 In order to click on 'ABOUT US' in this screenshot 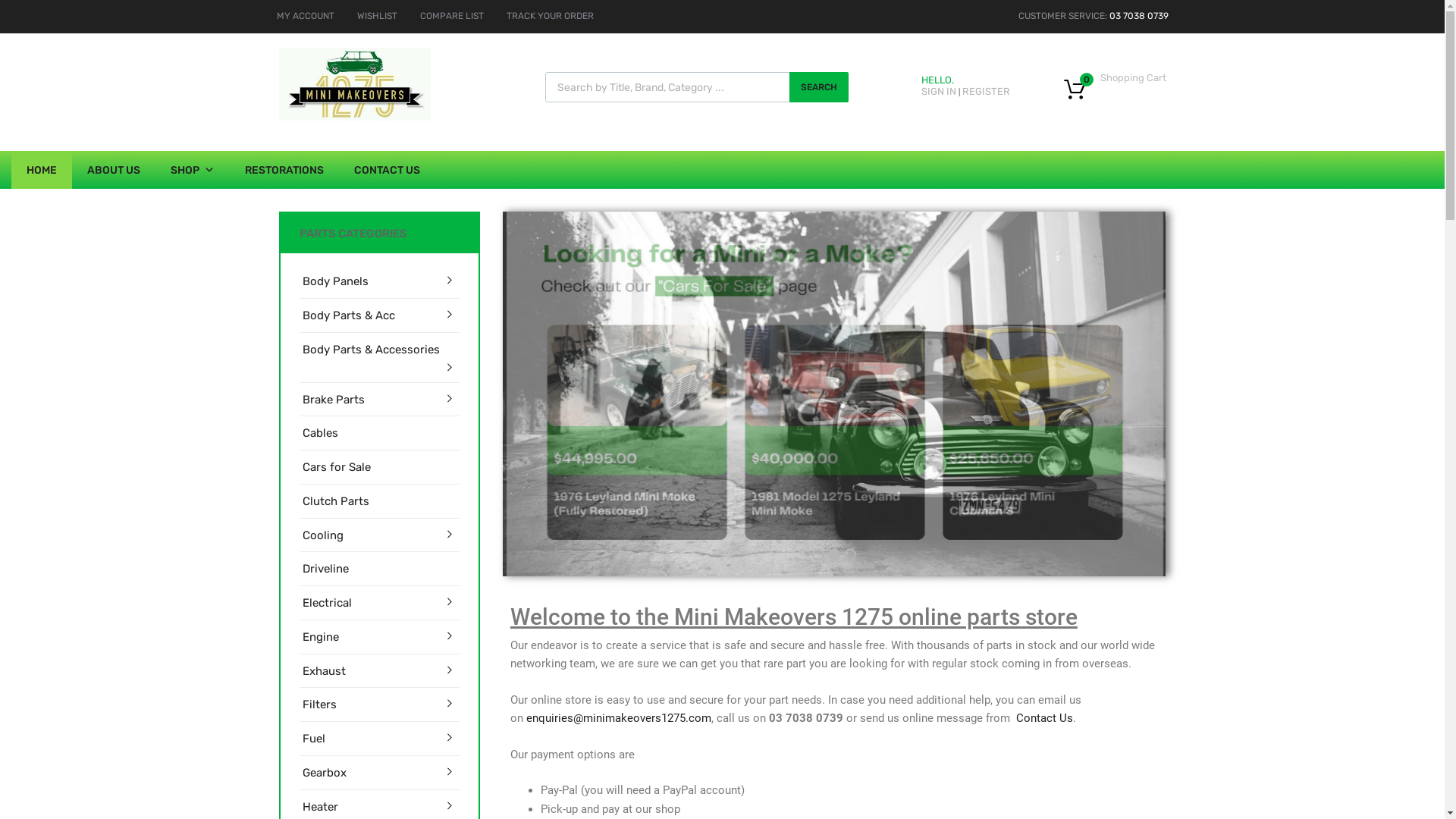, I will do `click(71, 169)`.